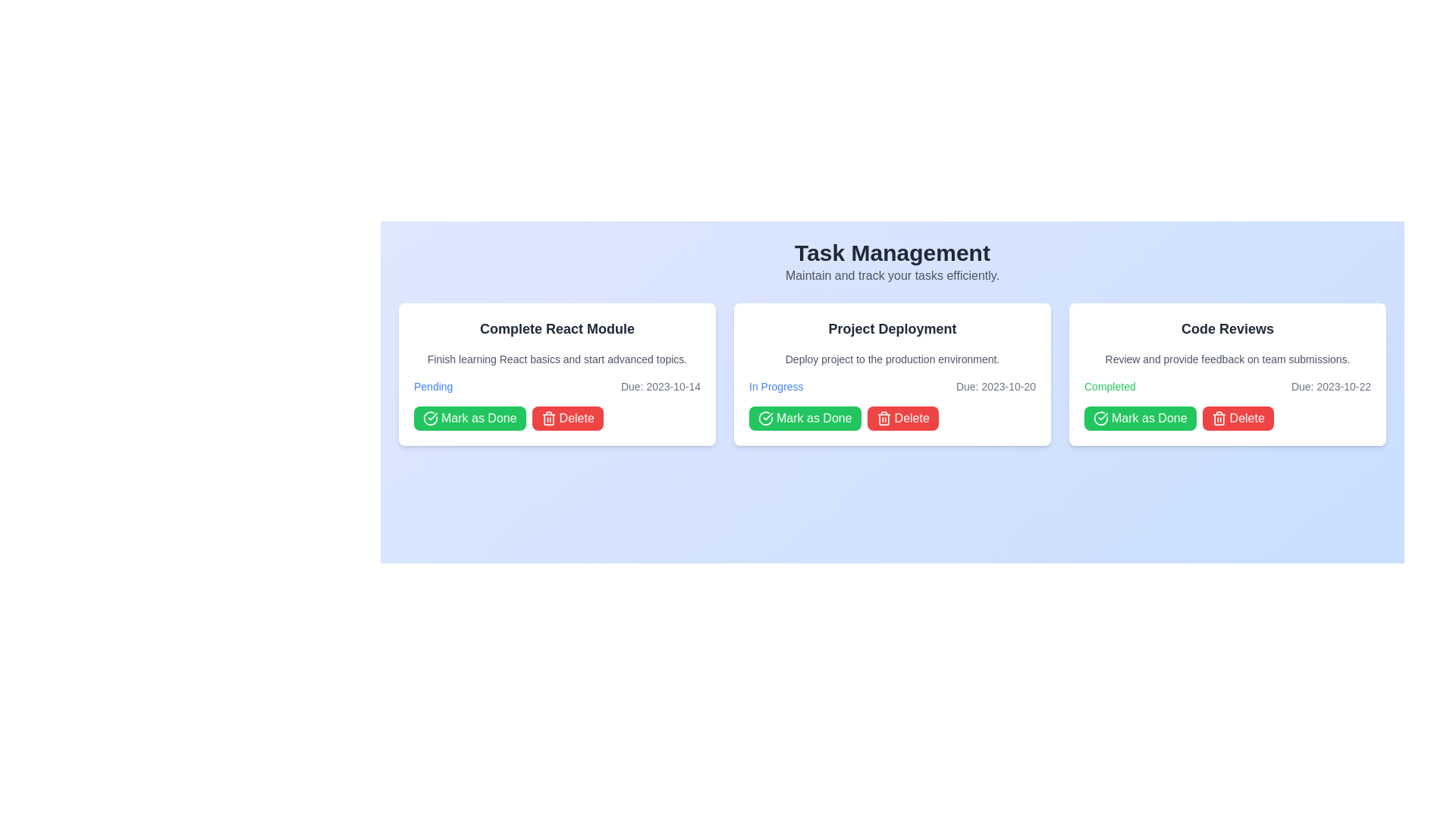 The image size is (1456, 819). I want to click on the text label 'Mark as Done' which is styled in white font on a green button, located in the middle card titled 'Project Deployment', so click(813, 418).